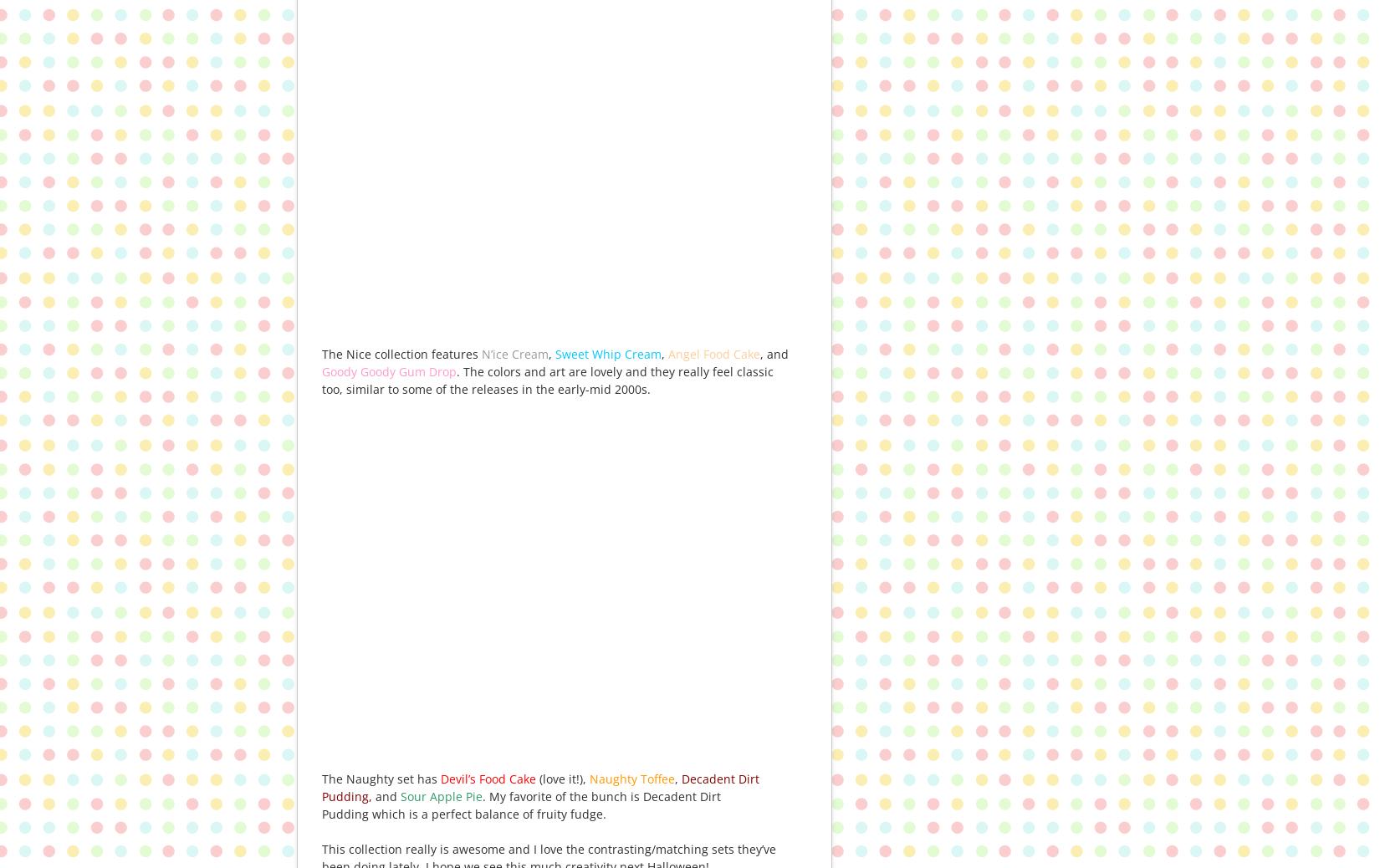  I want to click on ', and', so click(774, 353).